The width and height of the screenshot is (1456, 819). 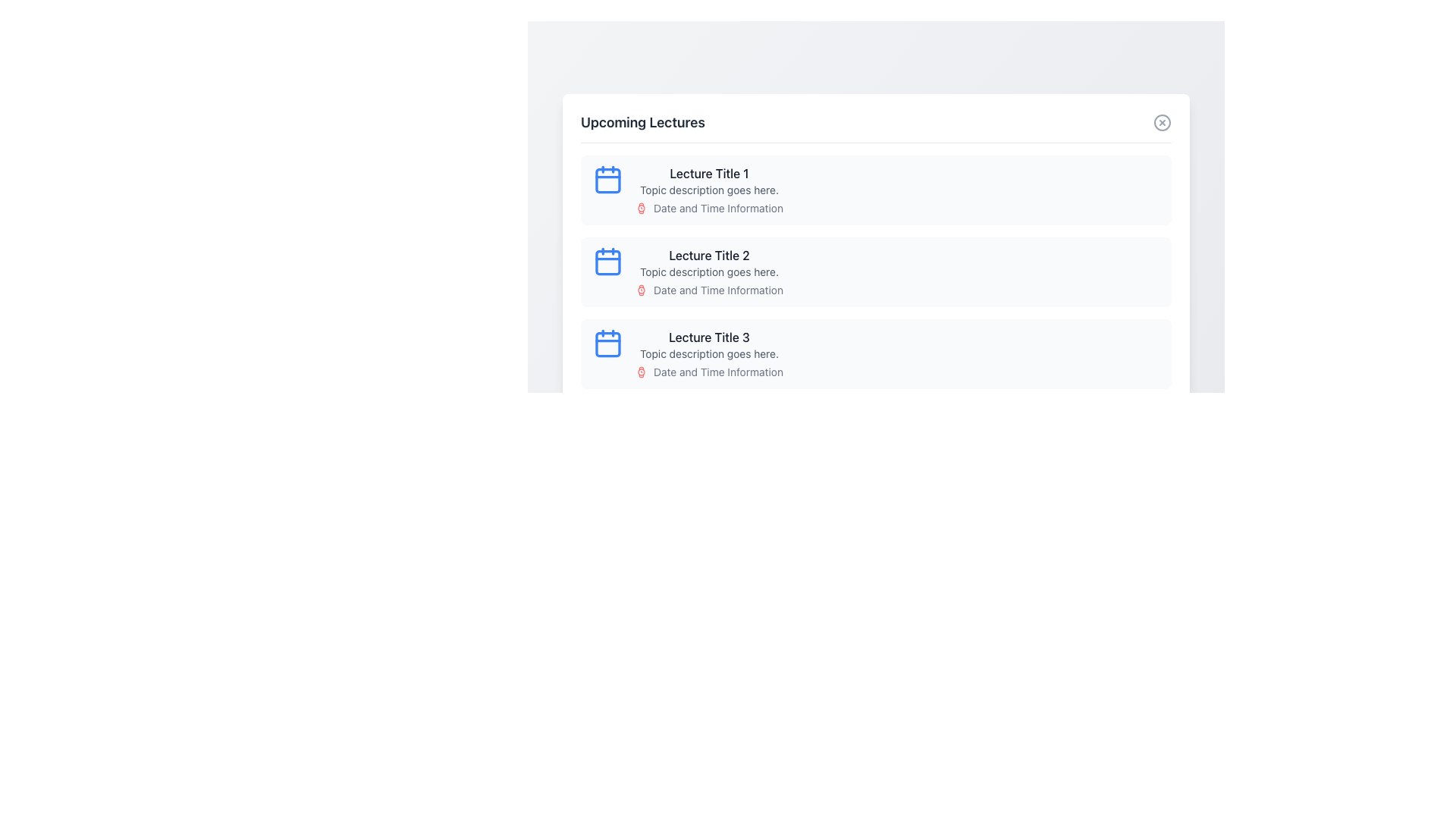 What do you see at coordinates (717, 372) in the screenshot?
I see `the text label displaying 'Date and Time Information', which is styled with a small gray font and positioned below the third lecture title in the interface` at bounding box center [717, 372].